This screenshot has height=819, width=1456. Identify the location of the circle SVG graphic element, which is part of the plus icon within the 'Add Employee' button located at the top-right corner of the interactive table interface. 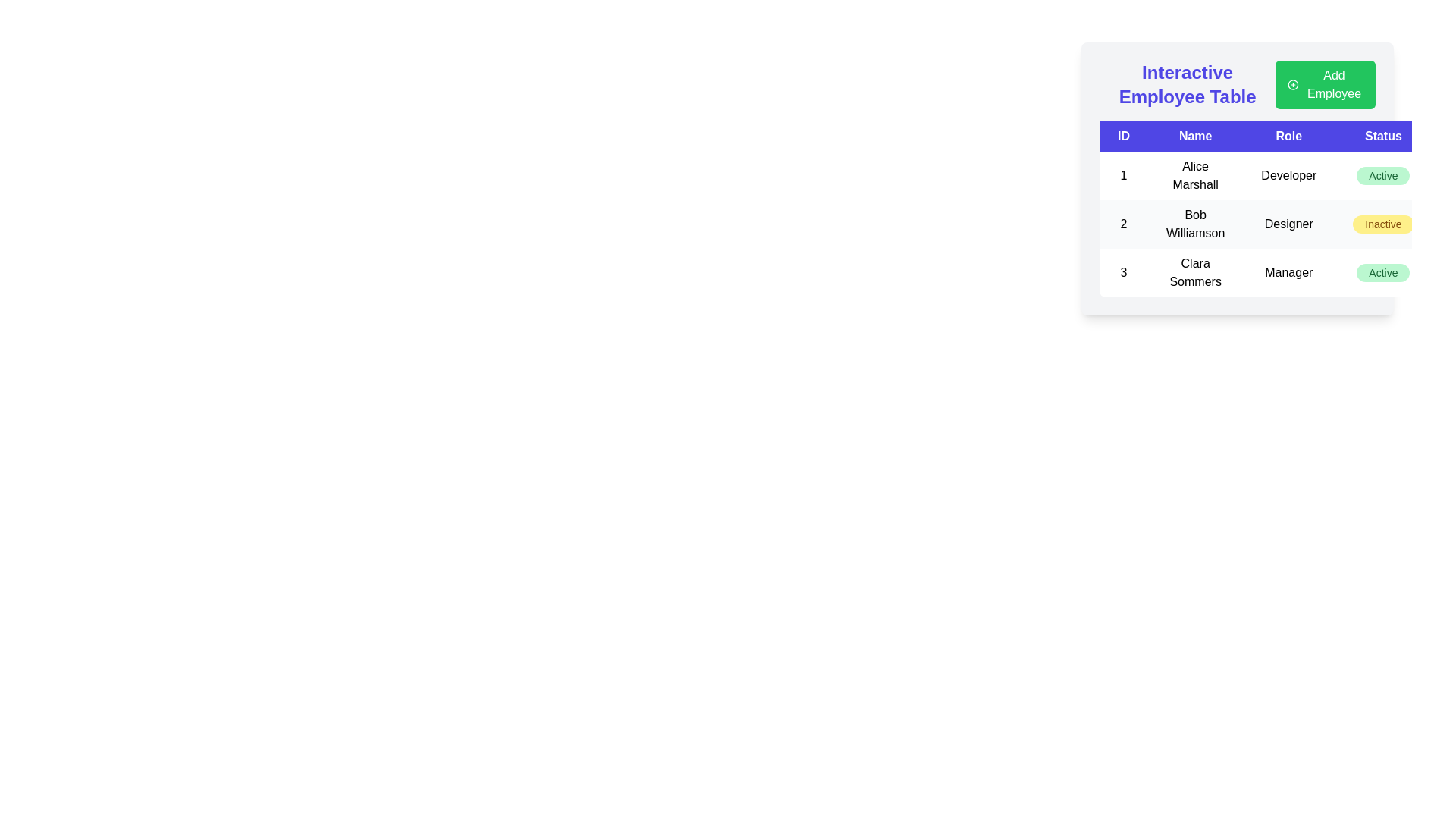
(1292, 84).